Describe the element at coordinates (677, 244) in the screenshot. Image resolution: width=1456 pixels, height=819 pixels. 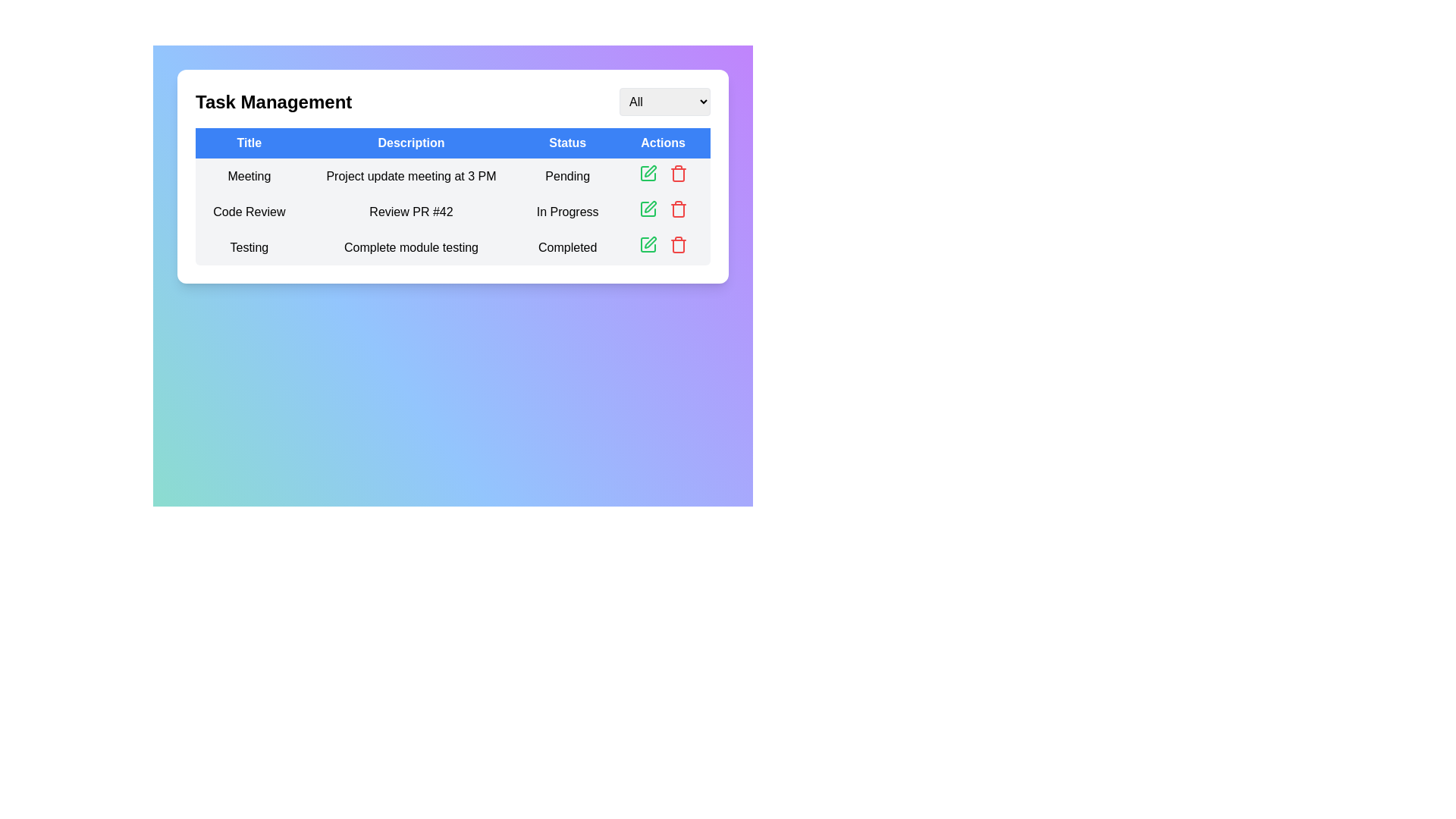
I see `the red trash bin icon in the third row of the 'Actions' column` at that location.